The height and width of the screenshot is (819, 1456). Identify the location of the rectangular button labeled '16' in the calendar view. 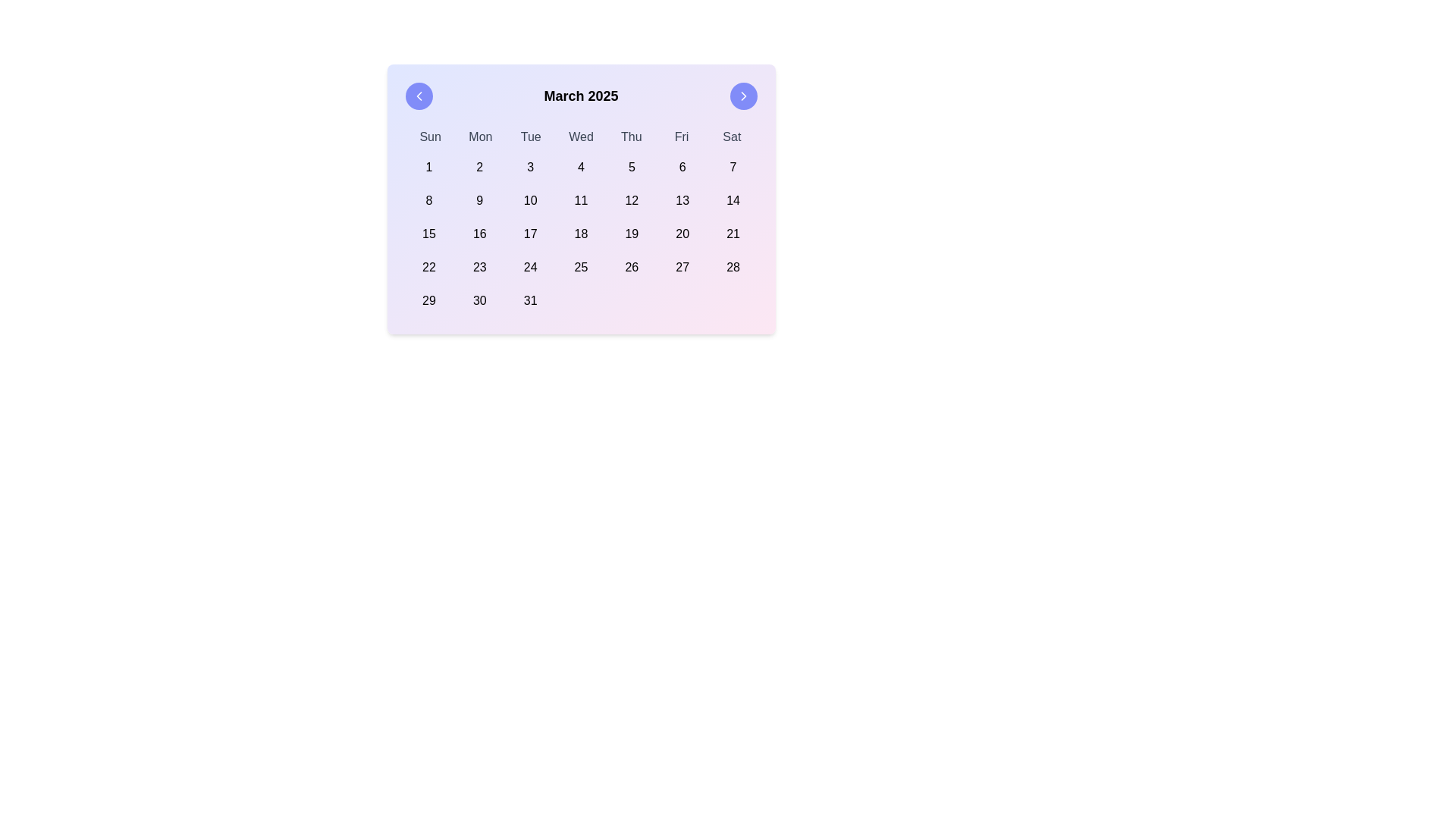
(479, 234).